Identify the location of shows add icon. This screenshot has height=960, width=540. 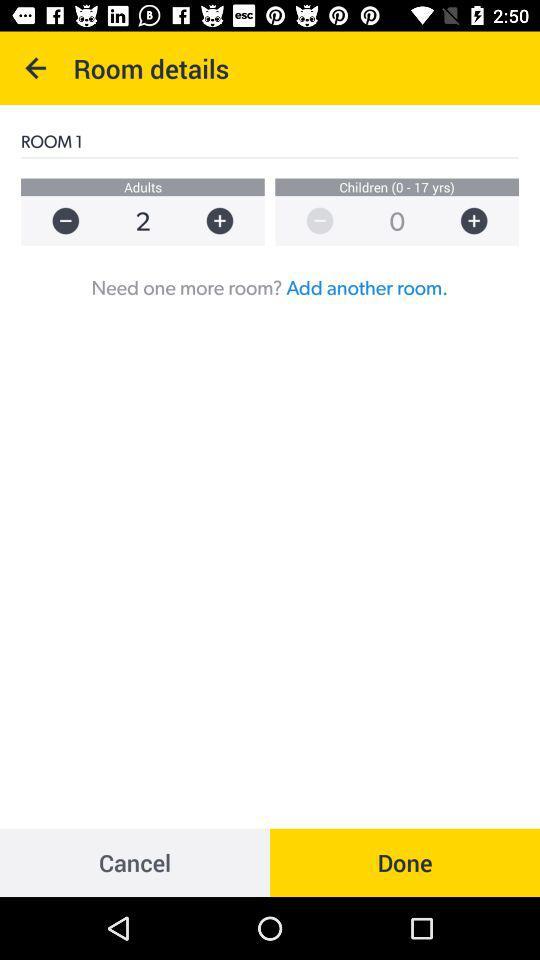
(483, 221).